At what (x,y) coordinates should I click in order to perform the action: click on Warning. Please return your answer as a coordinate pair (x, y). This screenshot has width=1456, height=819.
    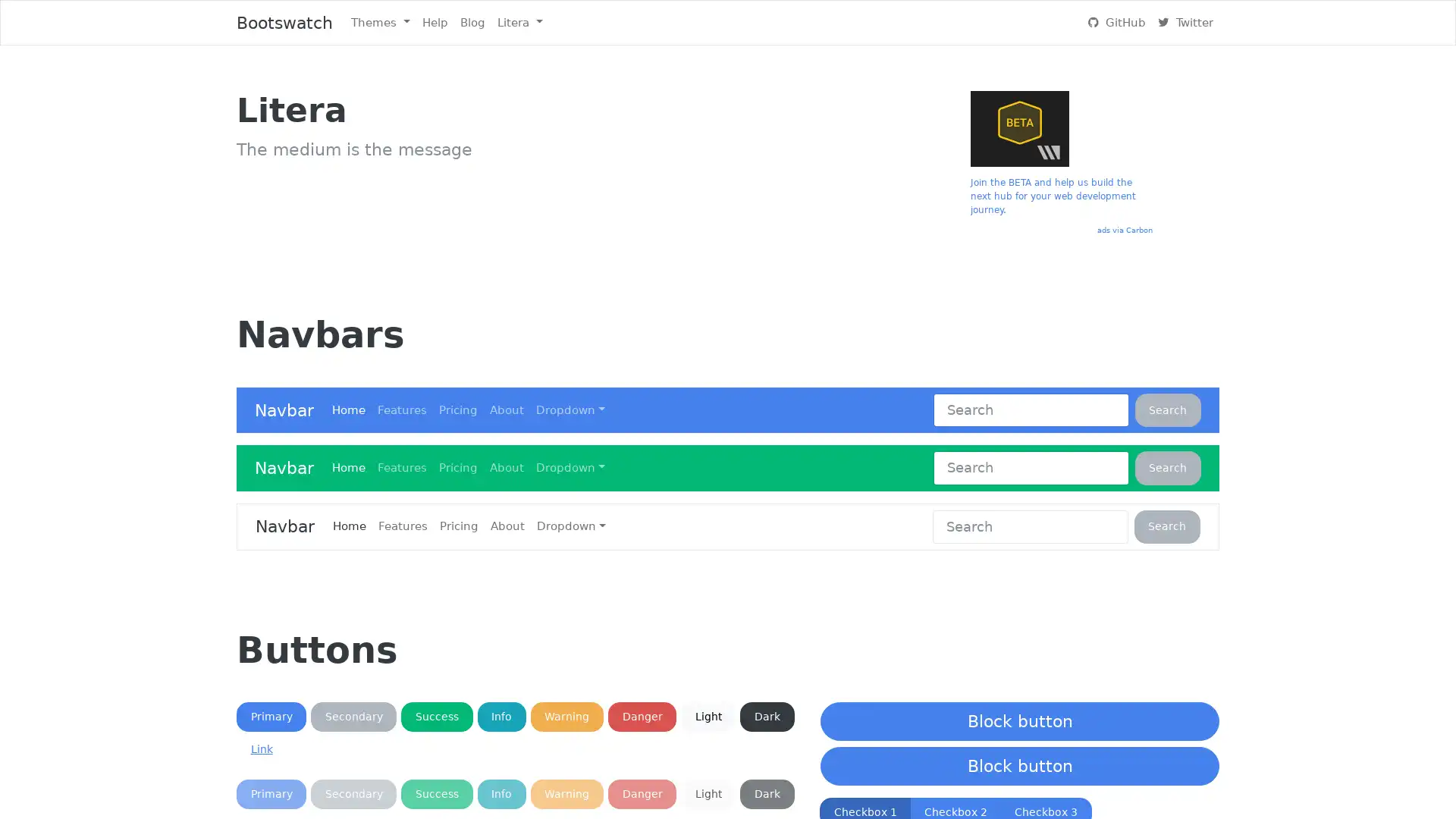
    Looking at the image, I should click on (566, 793).